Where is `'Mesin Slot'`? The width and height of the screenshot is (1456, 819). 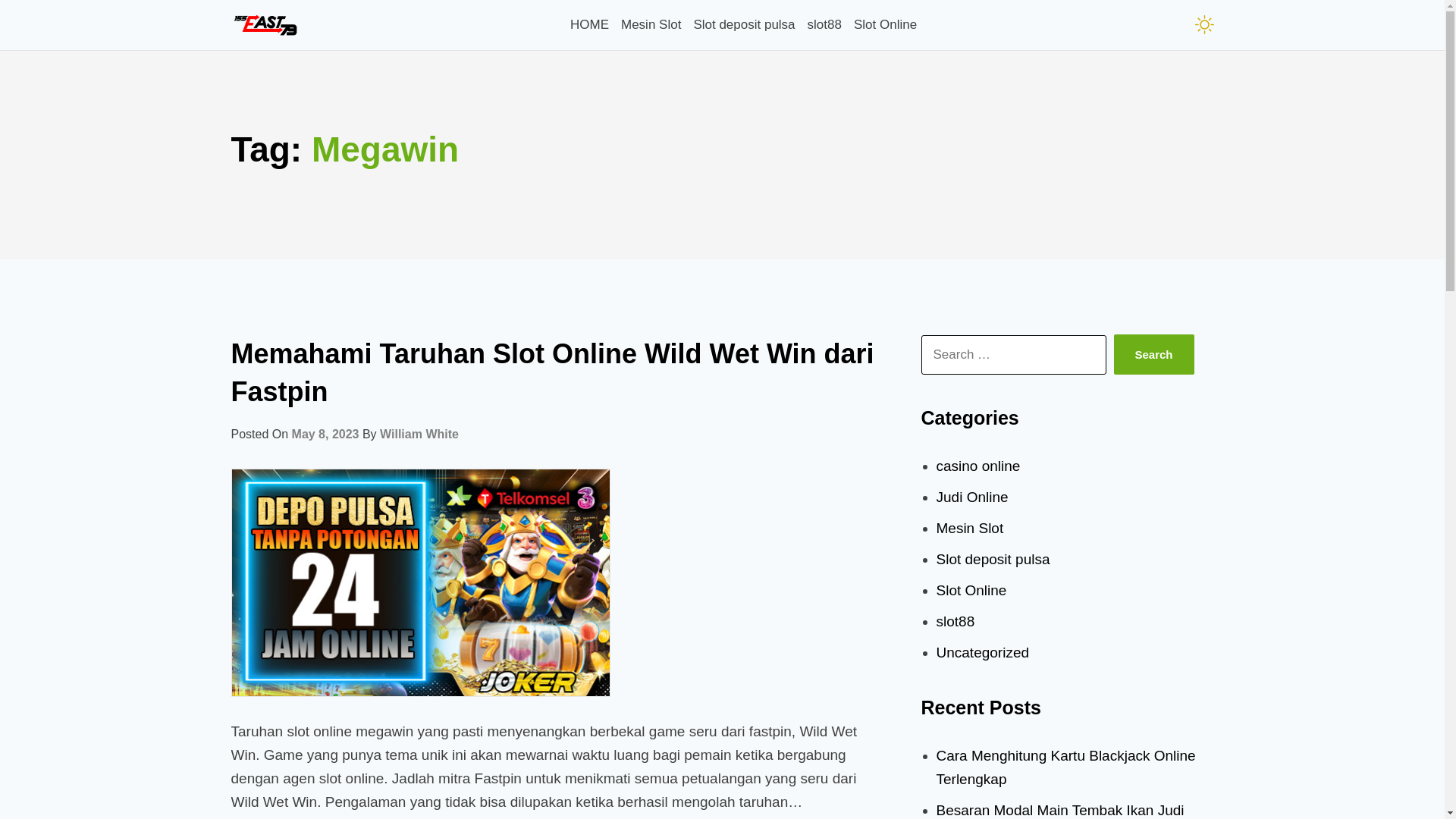
'Mesin Slot' is located at coordinates (968, 527).